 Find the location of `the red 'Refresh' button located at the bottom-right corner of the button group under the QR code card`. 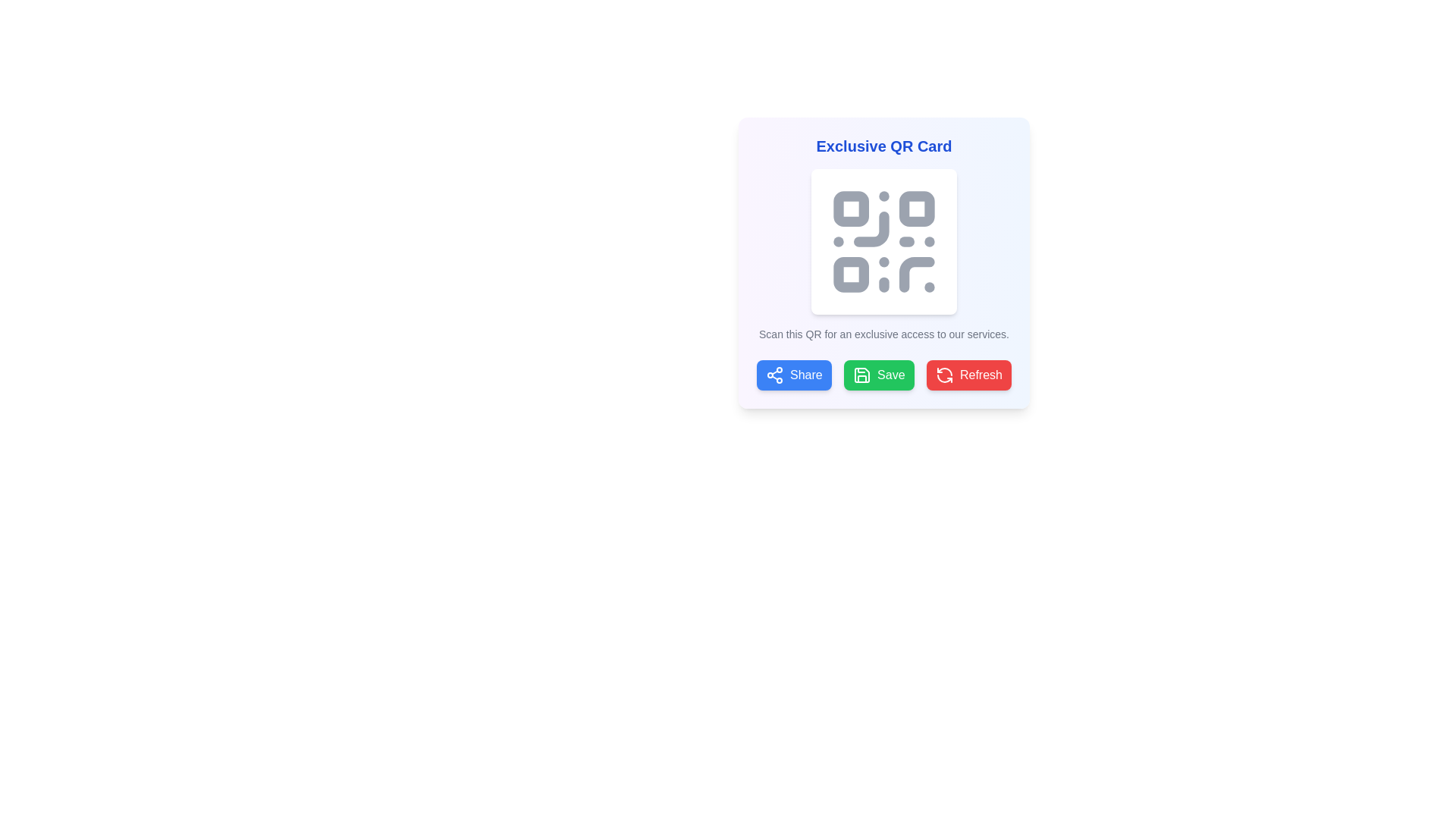

the red 'Refresh' button located at the bottom-right corner of the button group under the QR code card is located at coordinates (981, 375).